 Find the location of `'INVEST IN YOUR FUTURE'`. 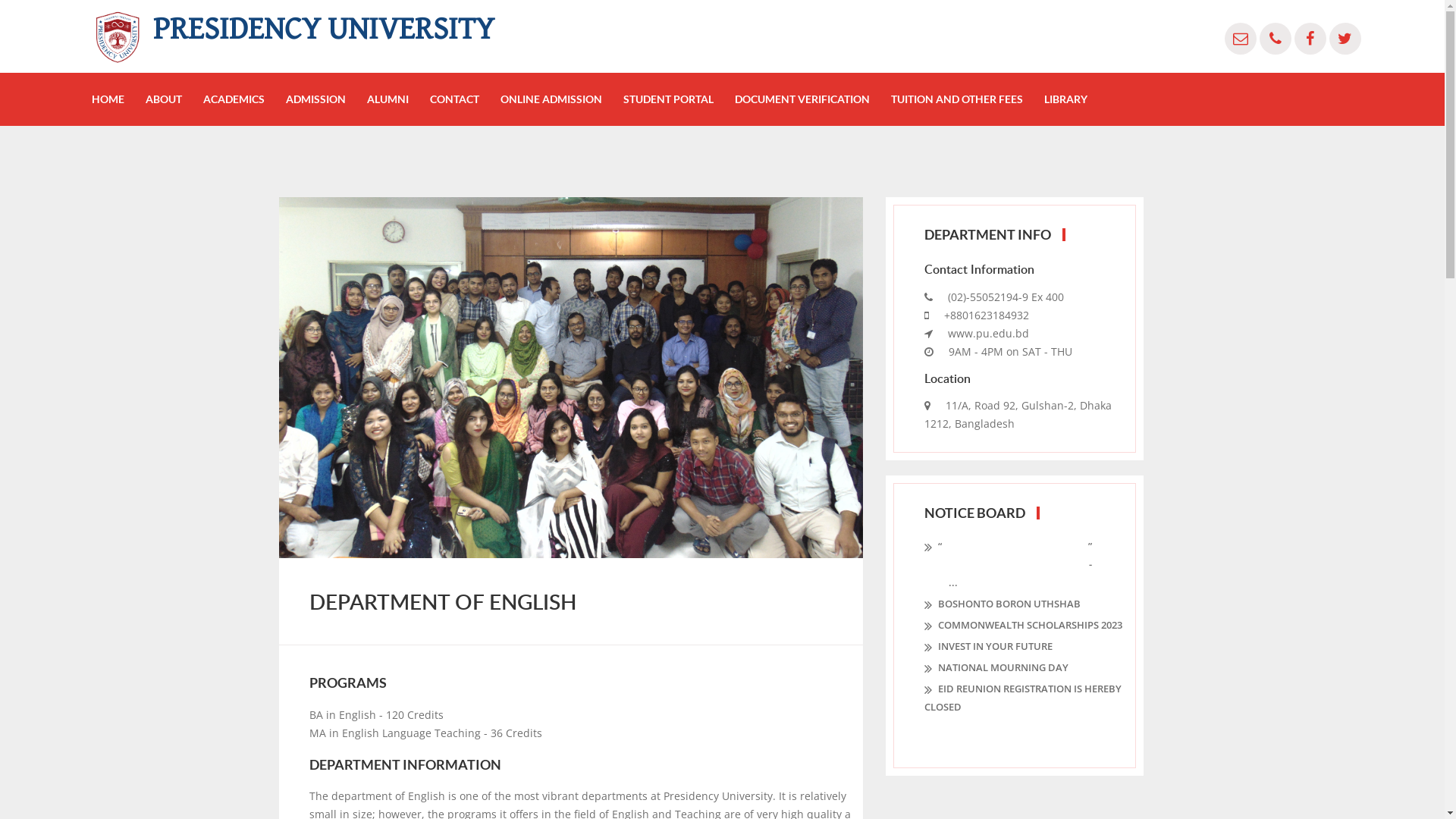

'INVEST IN YOUR FUTURE' is located at coordinates (987, 646).